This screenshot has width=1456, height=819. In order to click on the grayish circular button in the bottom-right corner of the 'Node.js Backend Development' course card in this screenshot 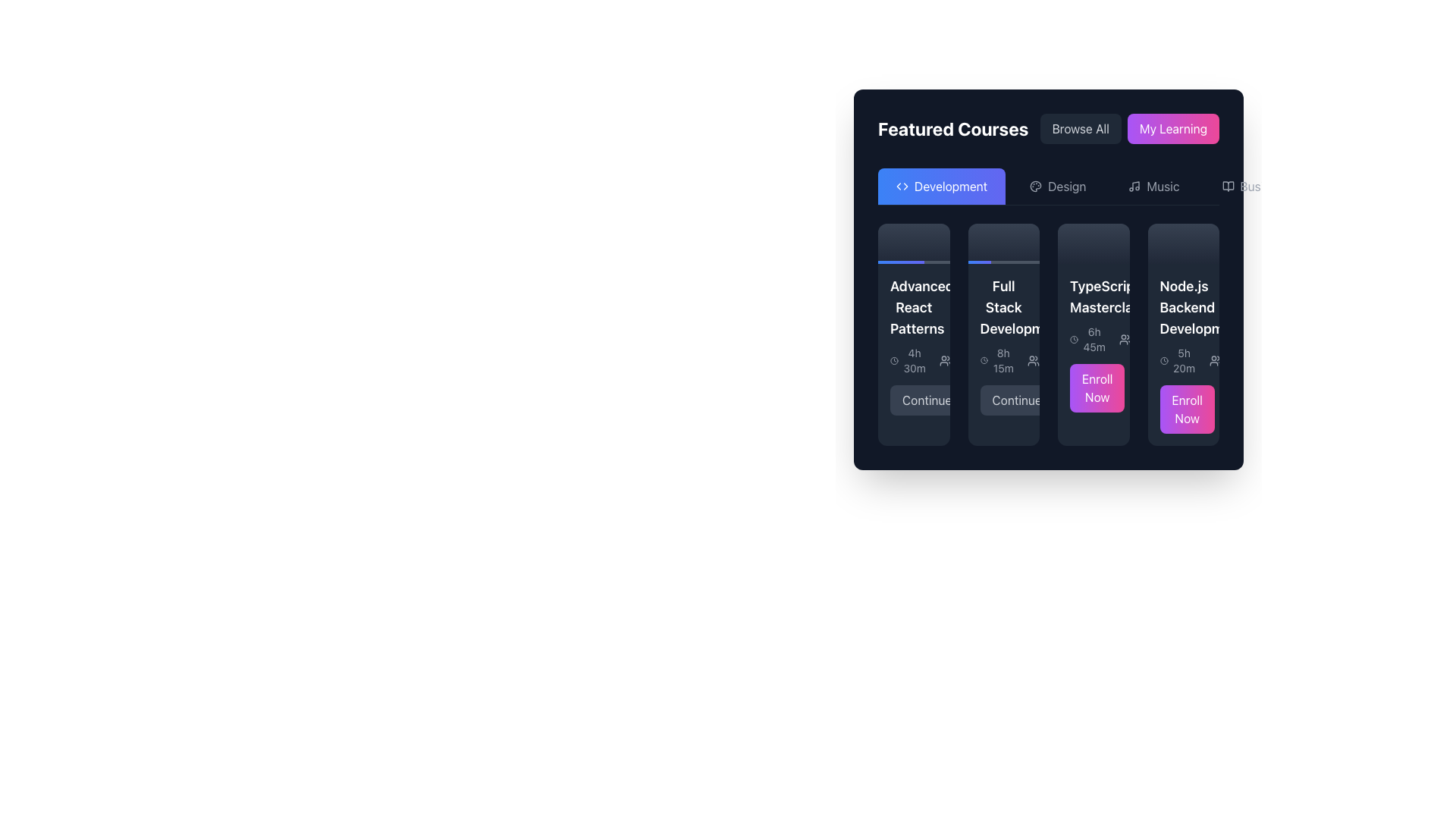, I will do `click(1228, 409)`.